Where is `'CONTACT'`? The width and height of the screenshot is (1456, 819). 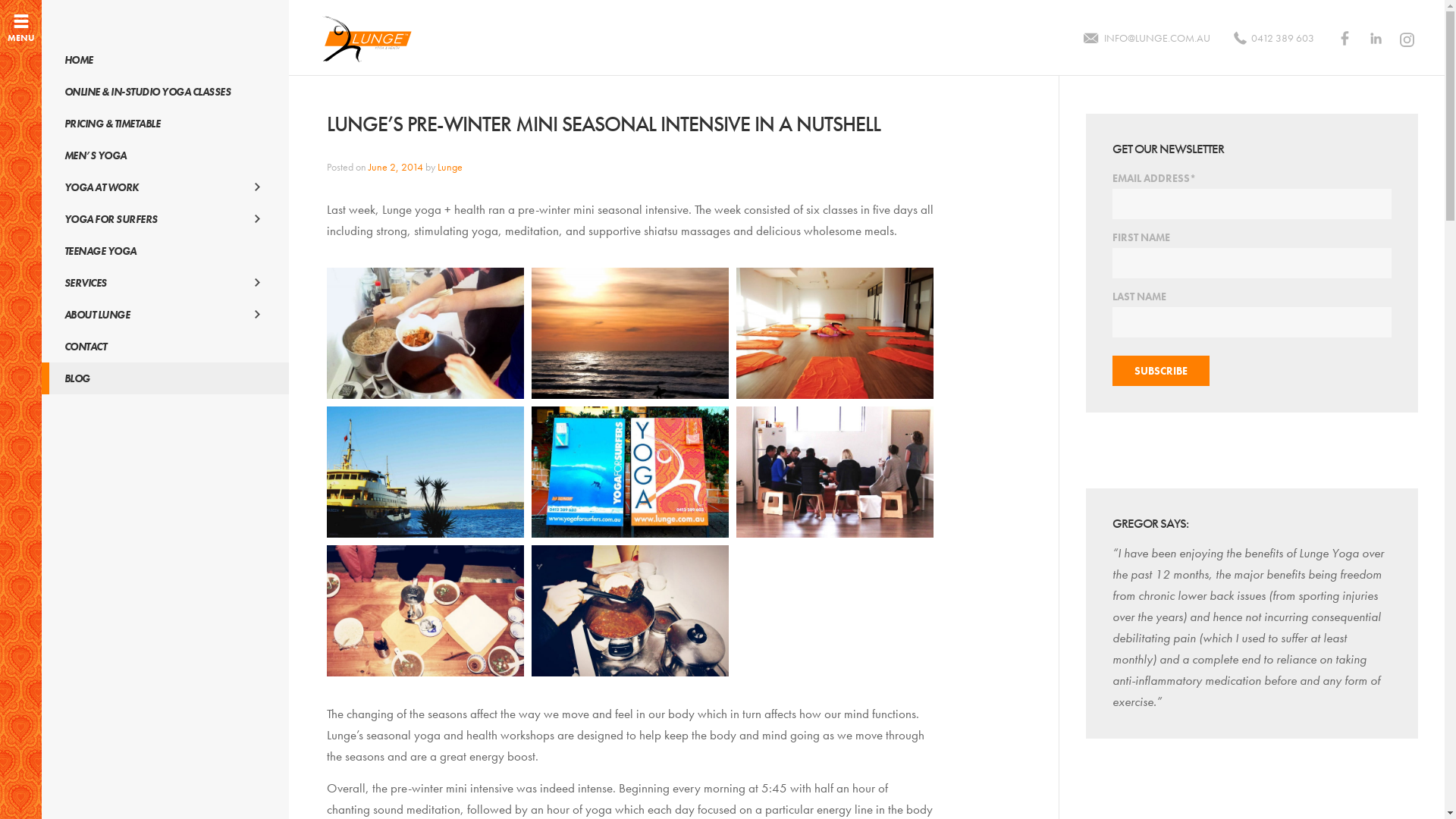
'CONTACT' is located at coordinates (165, 346).